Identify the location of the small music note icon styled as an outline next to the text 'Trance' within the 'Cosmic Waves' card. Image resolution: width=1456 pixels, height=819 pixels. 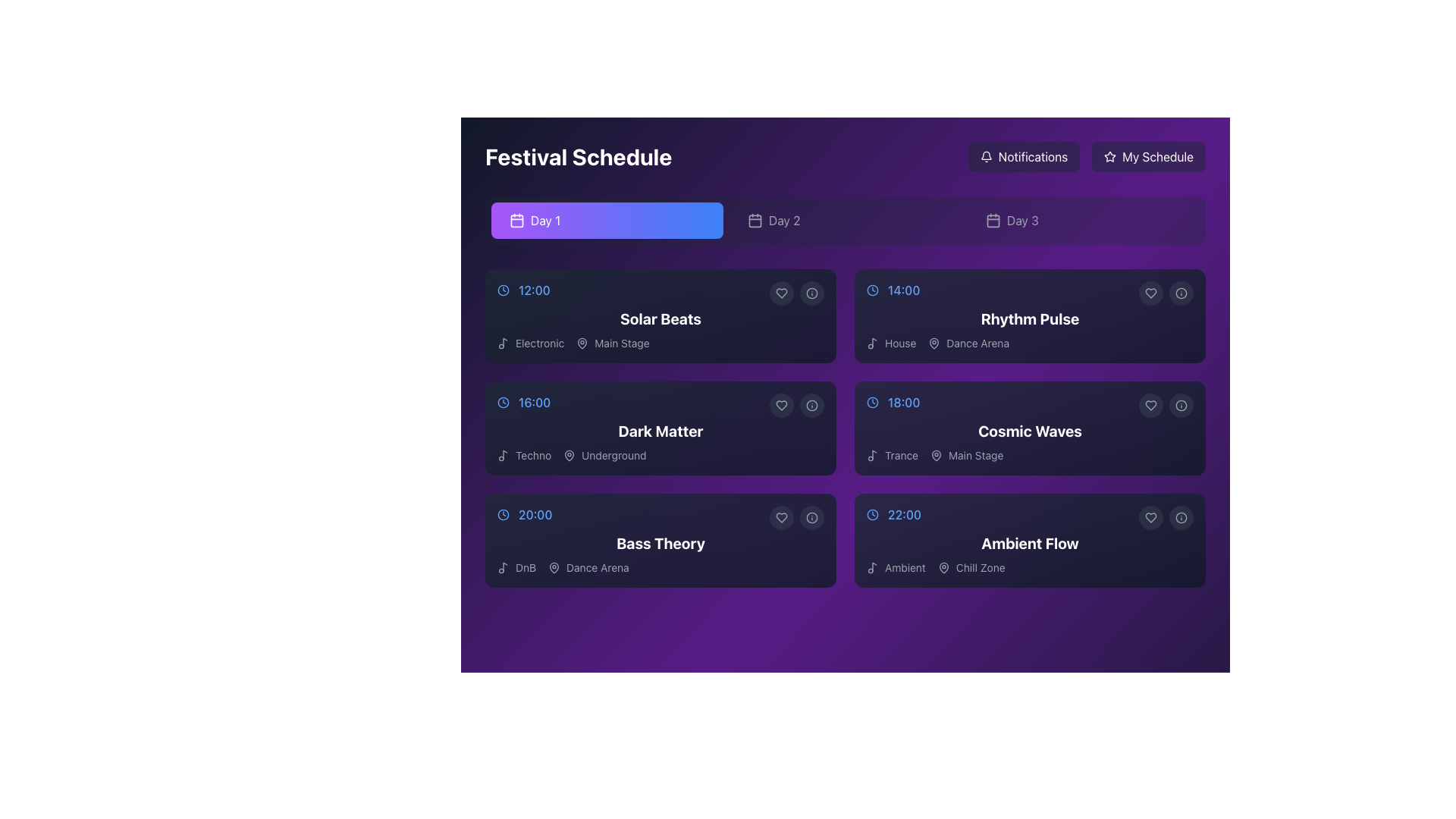
(873, 455).